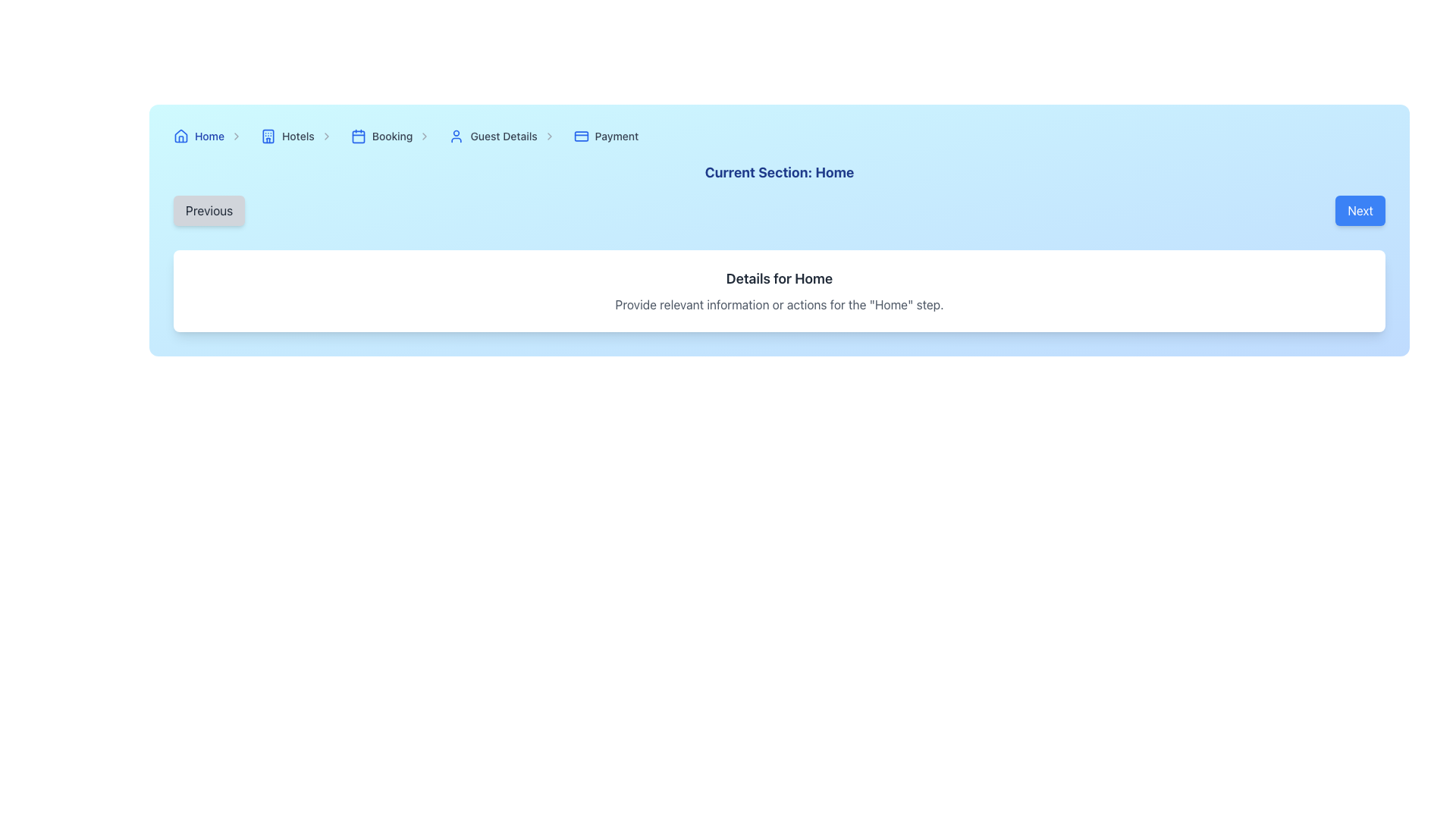  I want to click on the 'Home' hyperlink in the breadcrumb navigation bar, so click(209, 136).